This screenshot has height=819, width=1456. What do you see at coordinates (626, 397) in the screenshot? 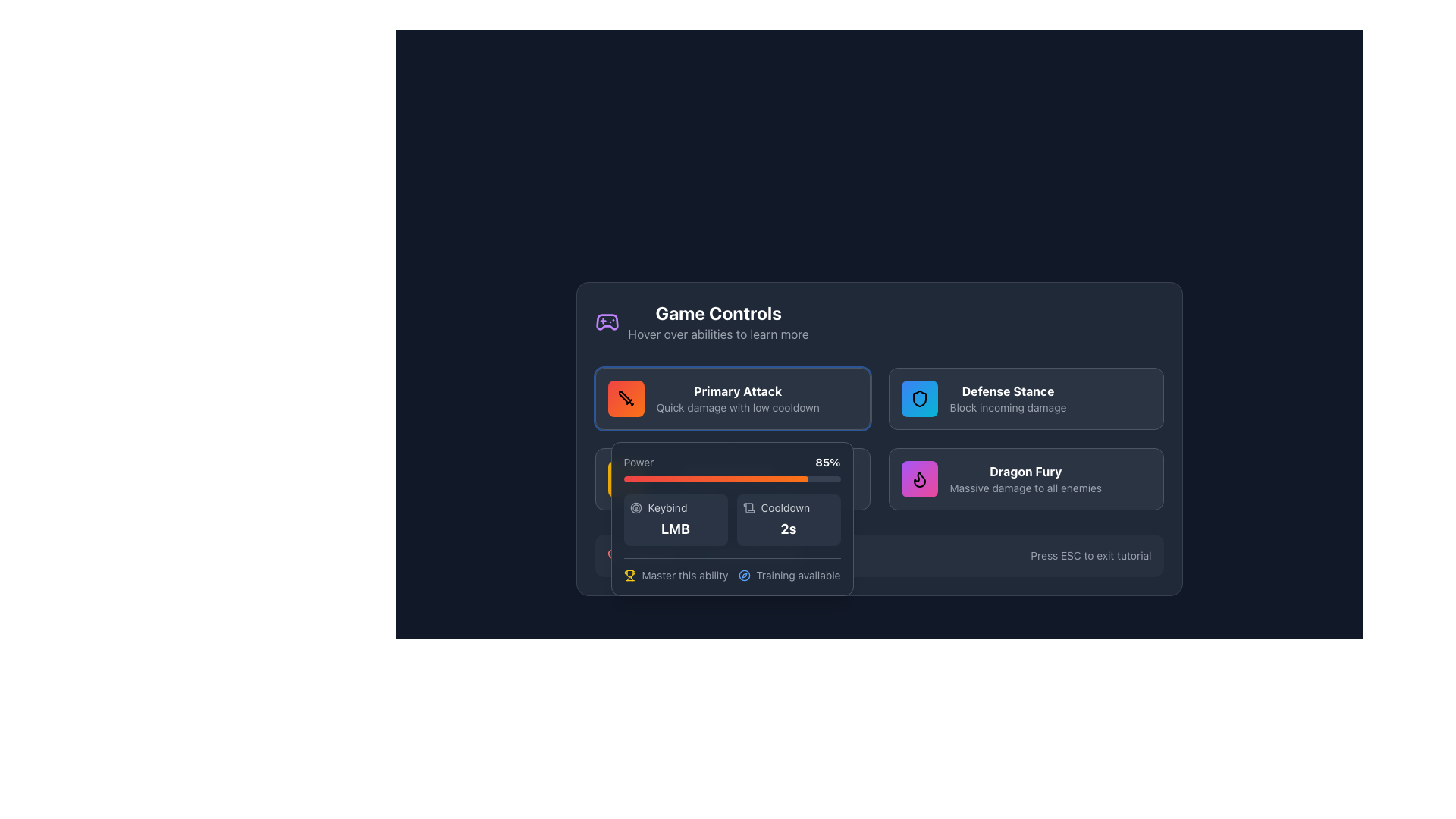
I see `the square button with rounded corners featuring a gradient from red to orange and a minimalist sword icon, located to the left of the 'Primary Attack' text` at bounding box center [626, 397].